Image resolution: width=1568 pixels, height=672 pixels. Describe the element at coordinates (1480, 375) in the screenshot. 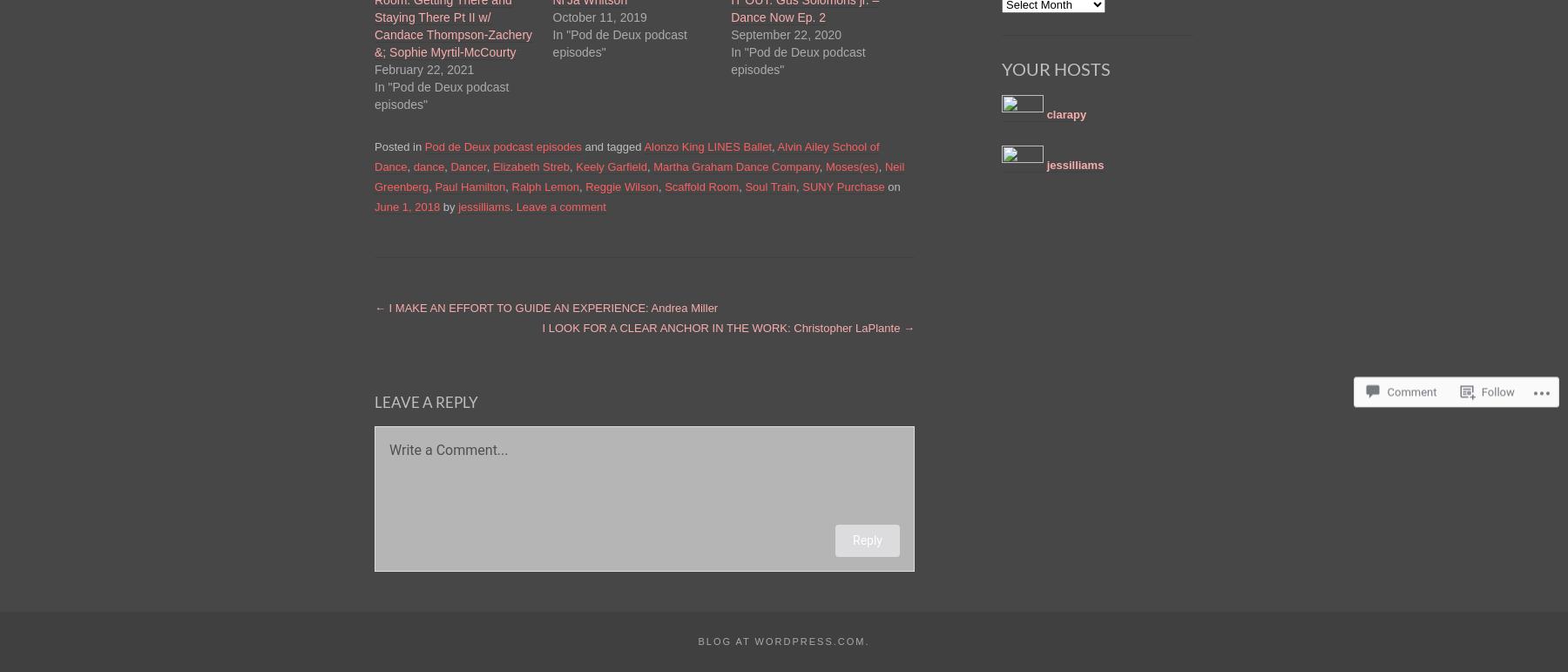

I see `'Follow'` at that location.